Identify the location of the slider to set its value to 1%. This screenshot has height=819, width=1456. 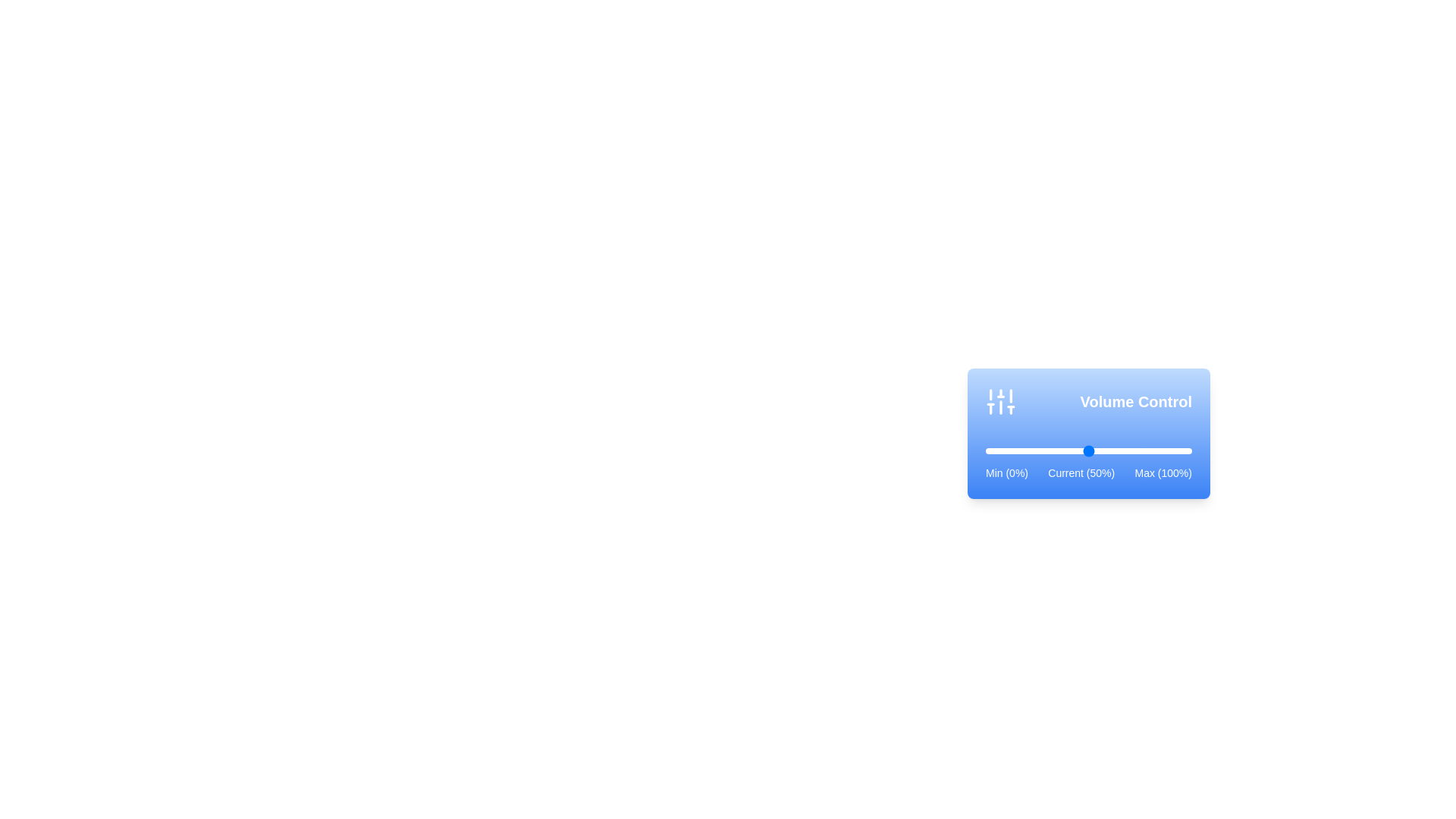
(987, 450).